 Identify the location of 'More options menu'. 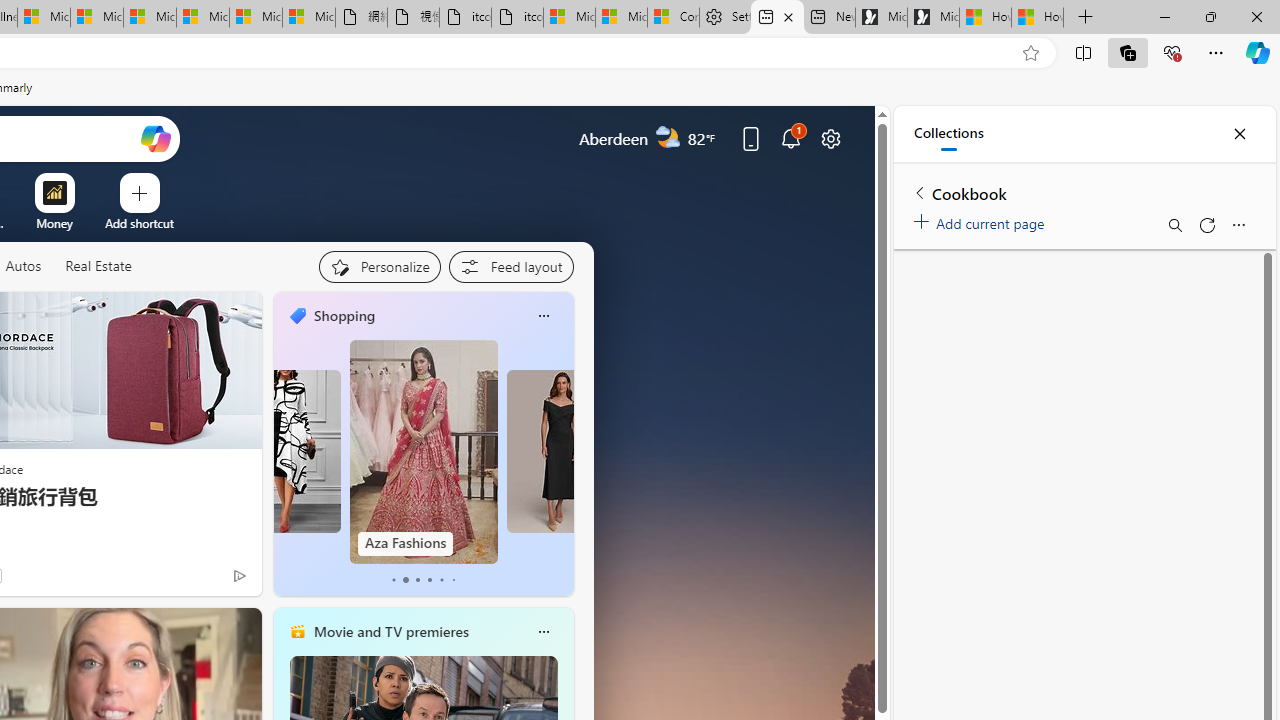
(1237, 225).